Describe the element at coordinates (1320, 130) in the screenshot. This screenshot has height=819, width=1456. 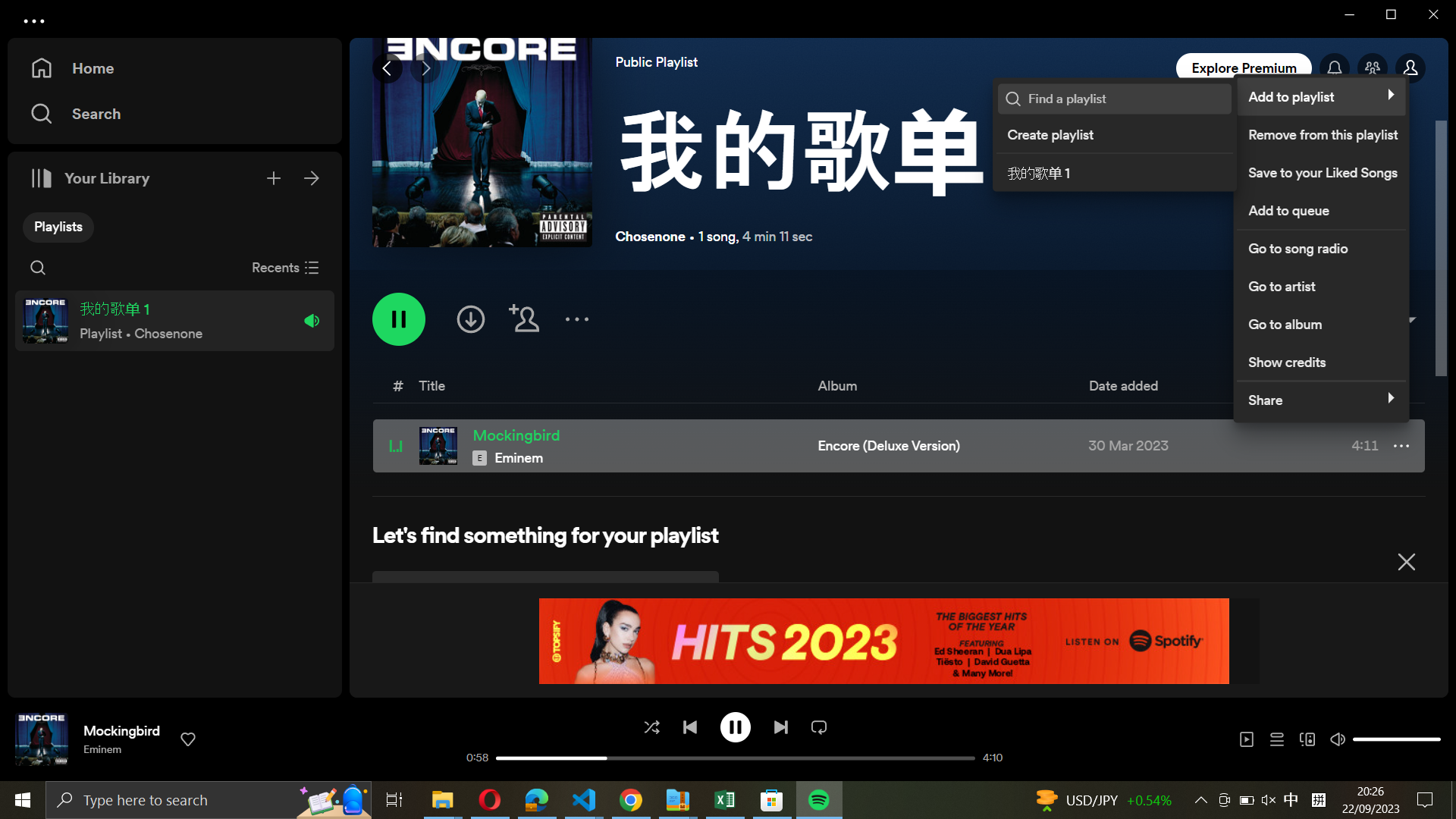
I see `Remove the song from playlist` at that location.